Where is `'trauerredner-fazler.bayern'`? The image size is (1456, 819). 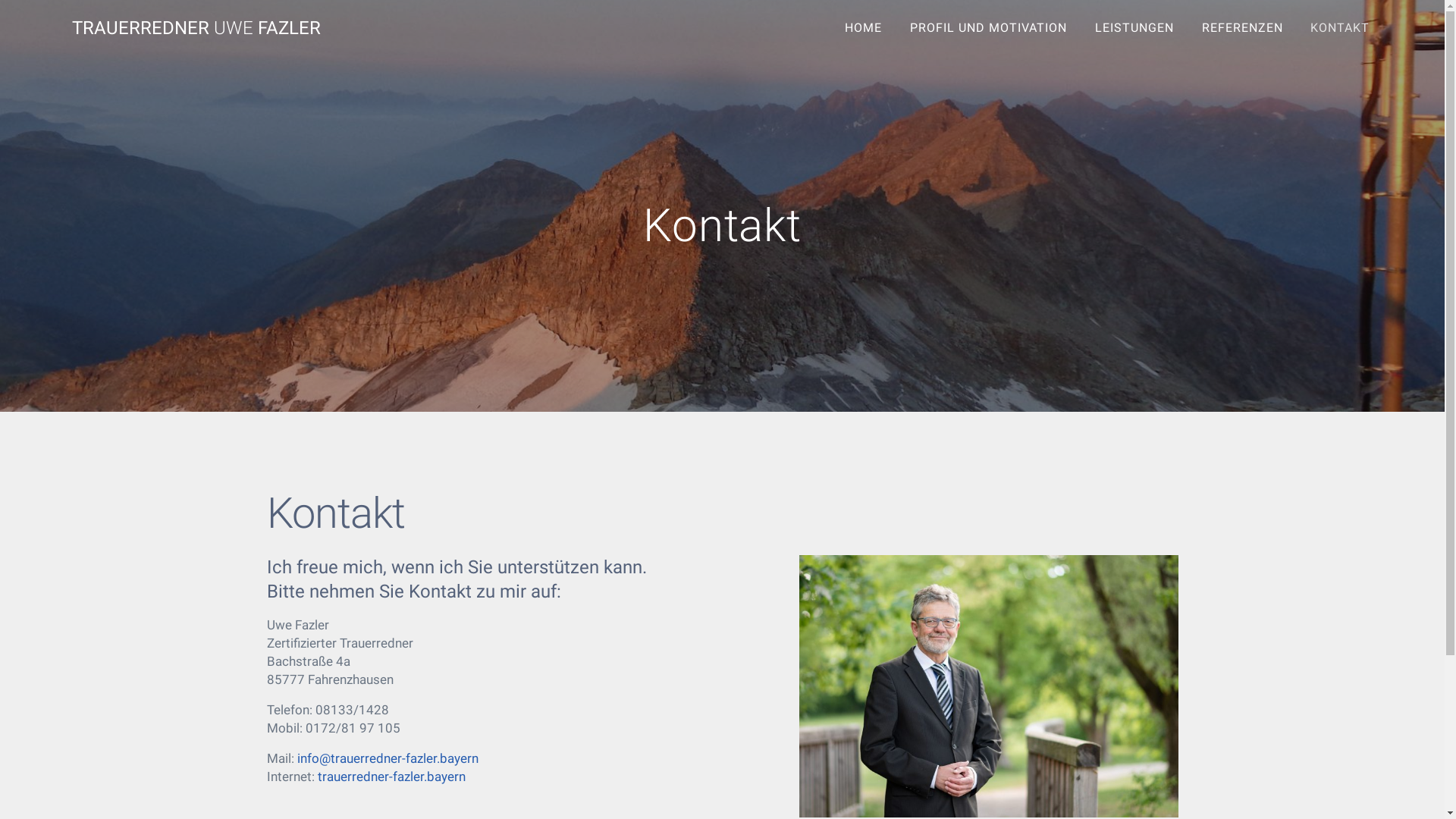
'trauerredner-fazler.bayern' is located at coordinates (391, 776).